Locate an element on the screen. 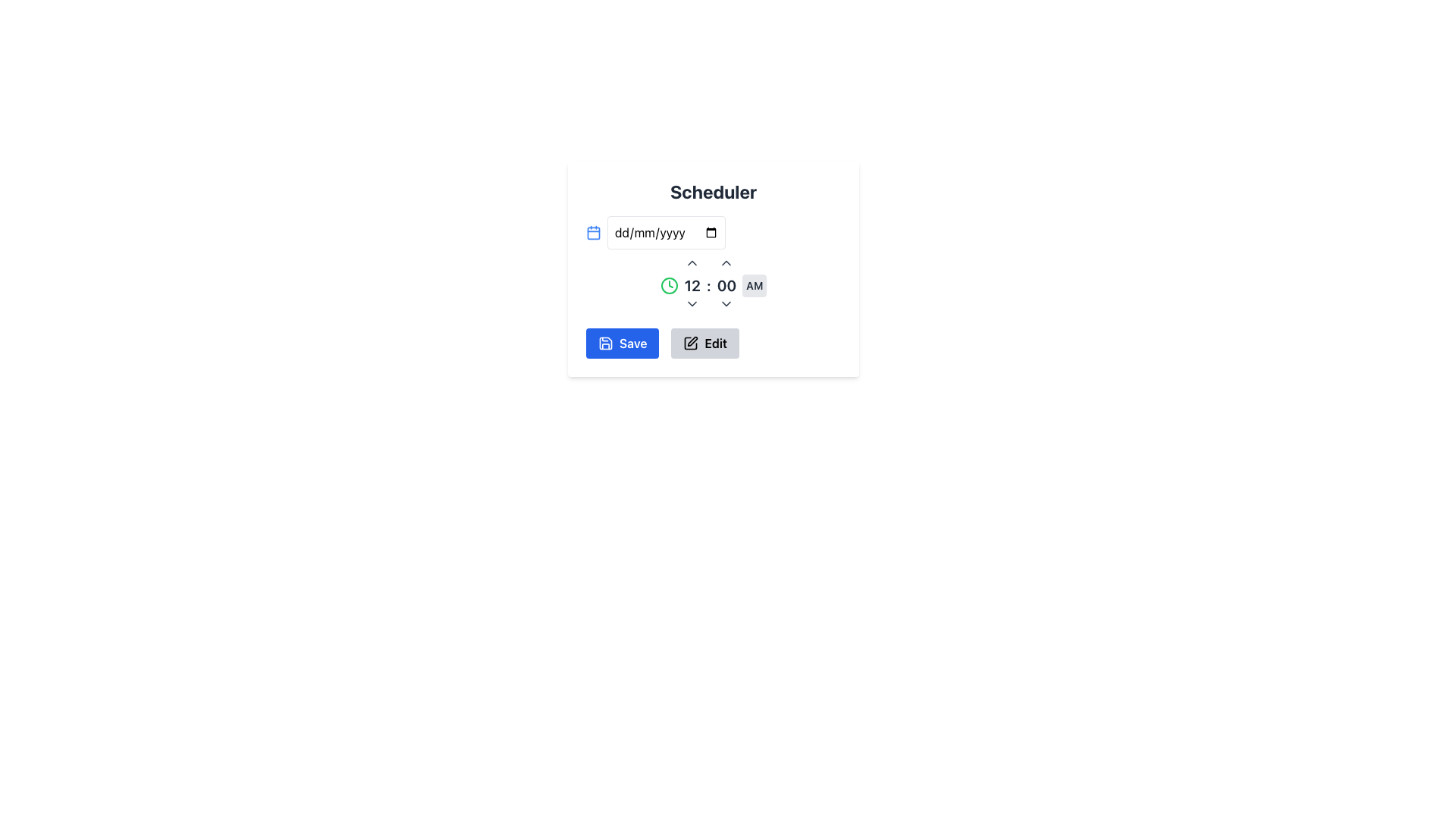 The image size is (1456, 819). the clock icon, which is a green circular icon with clock hands, located to the left of the time display '12:00' in the time-setting section is located at coordinates (668, 286).